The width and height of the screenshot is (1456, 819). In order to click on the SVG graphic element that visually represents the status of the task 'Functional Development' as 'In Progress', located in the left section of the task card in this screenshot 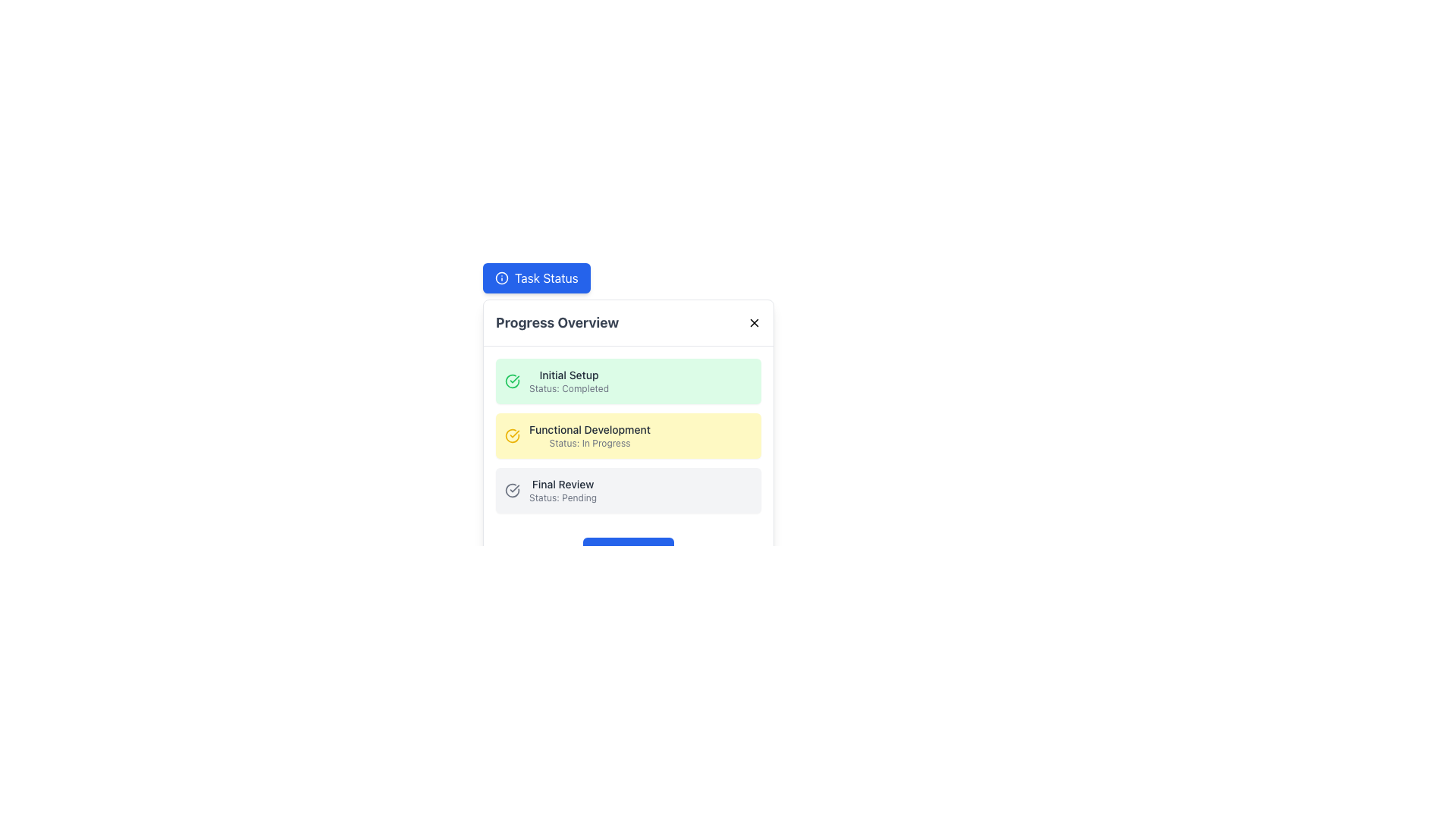, I will do `click(513, 435)`.